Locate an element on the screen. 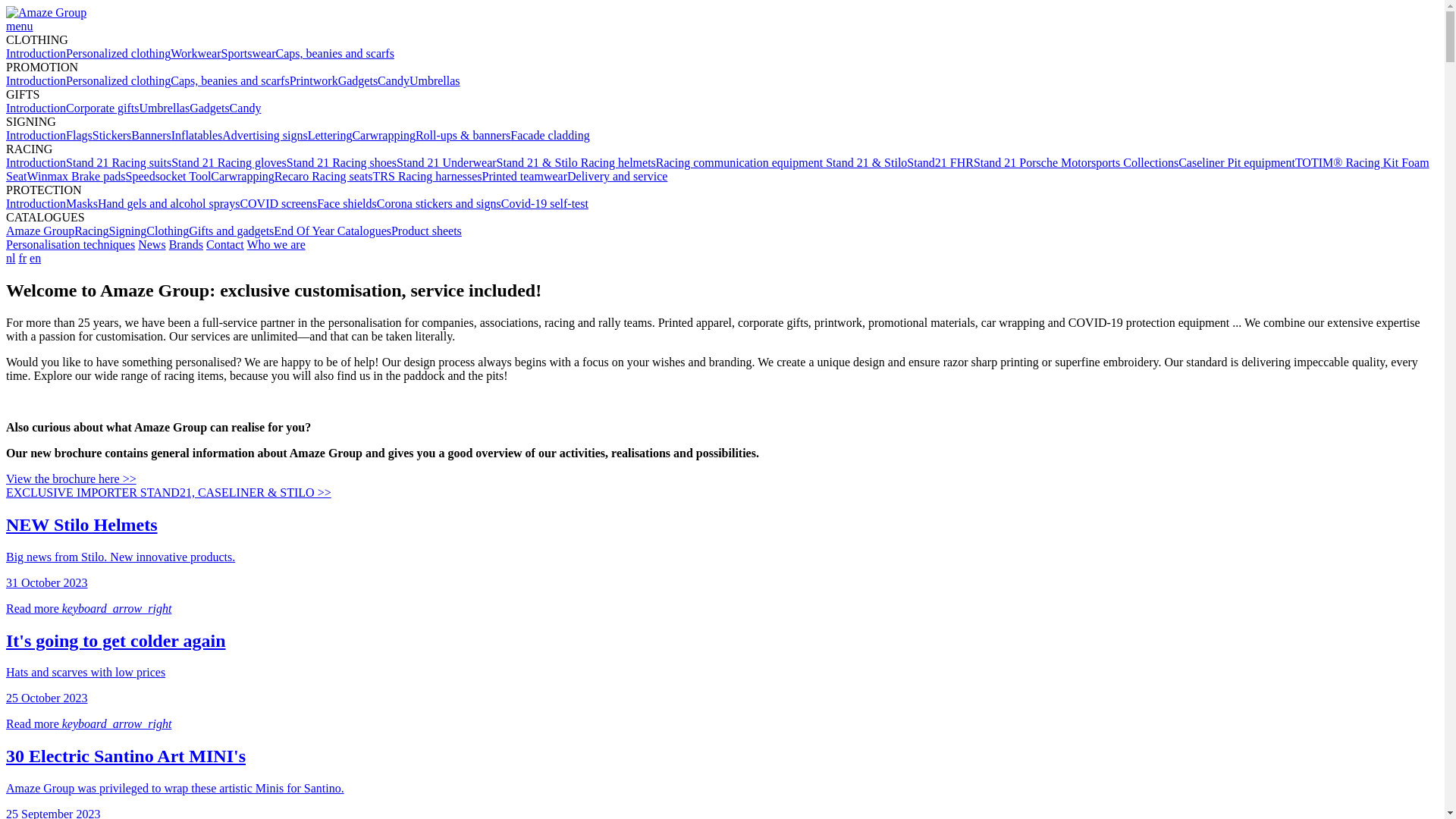  'Recaro Racing seats' is located at coordinates (274, 175).